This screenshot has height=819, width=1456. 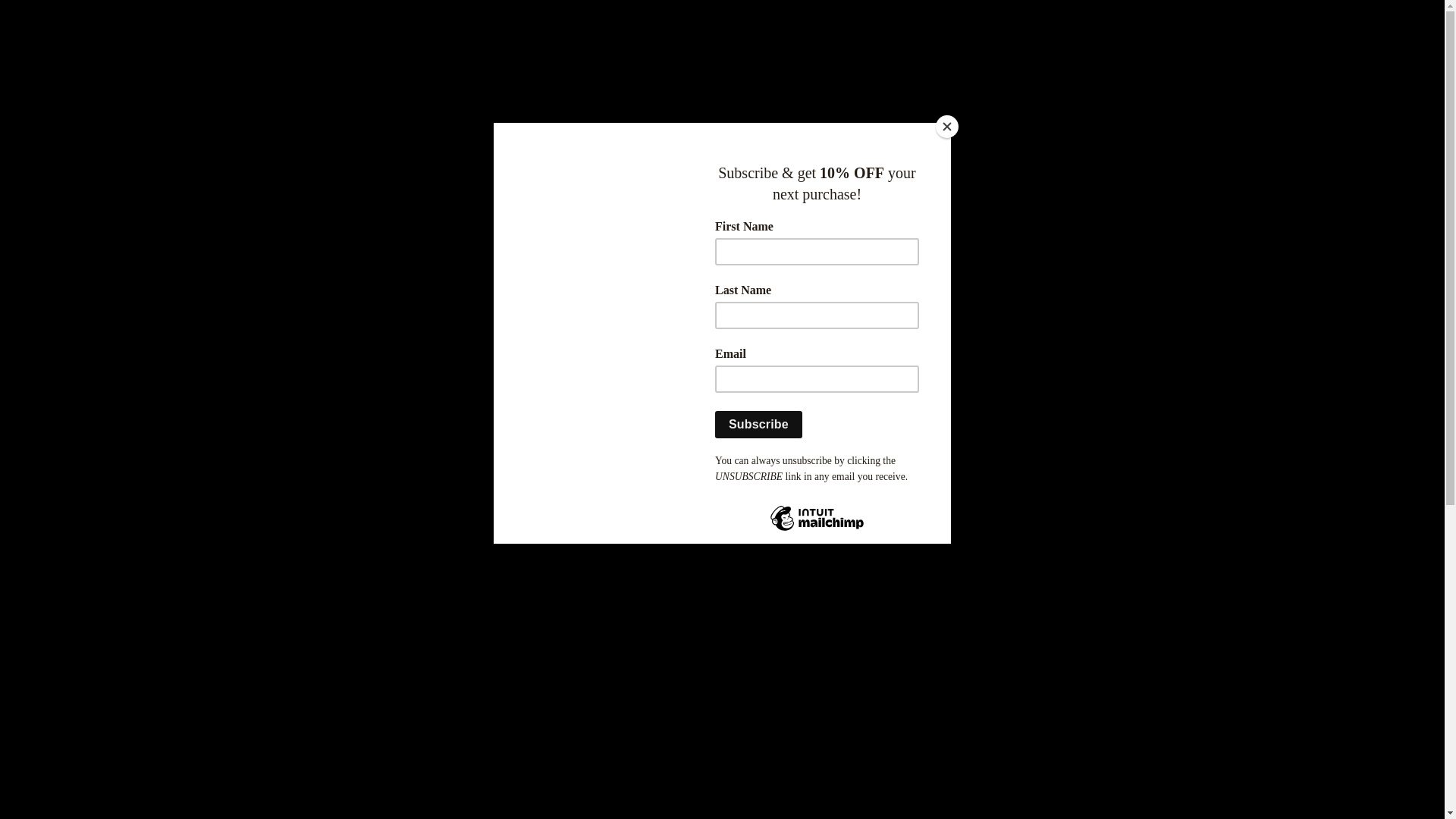 I want to click on 'Add to Cart', so click(x=892, y=513).